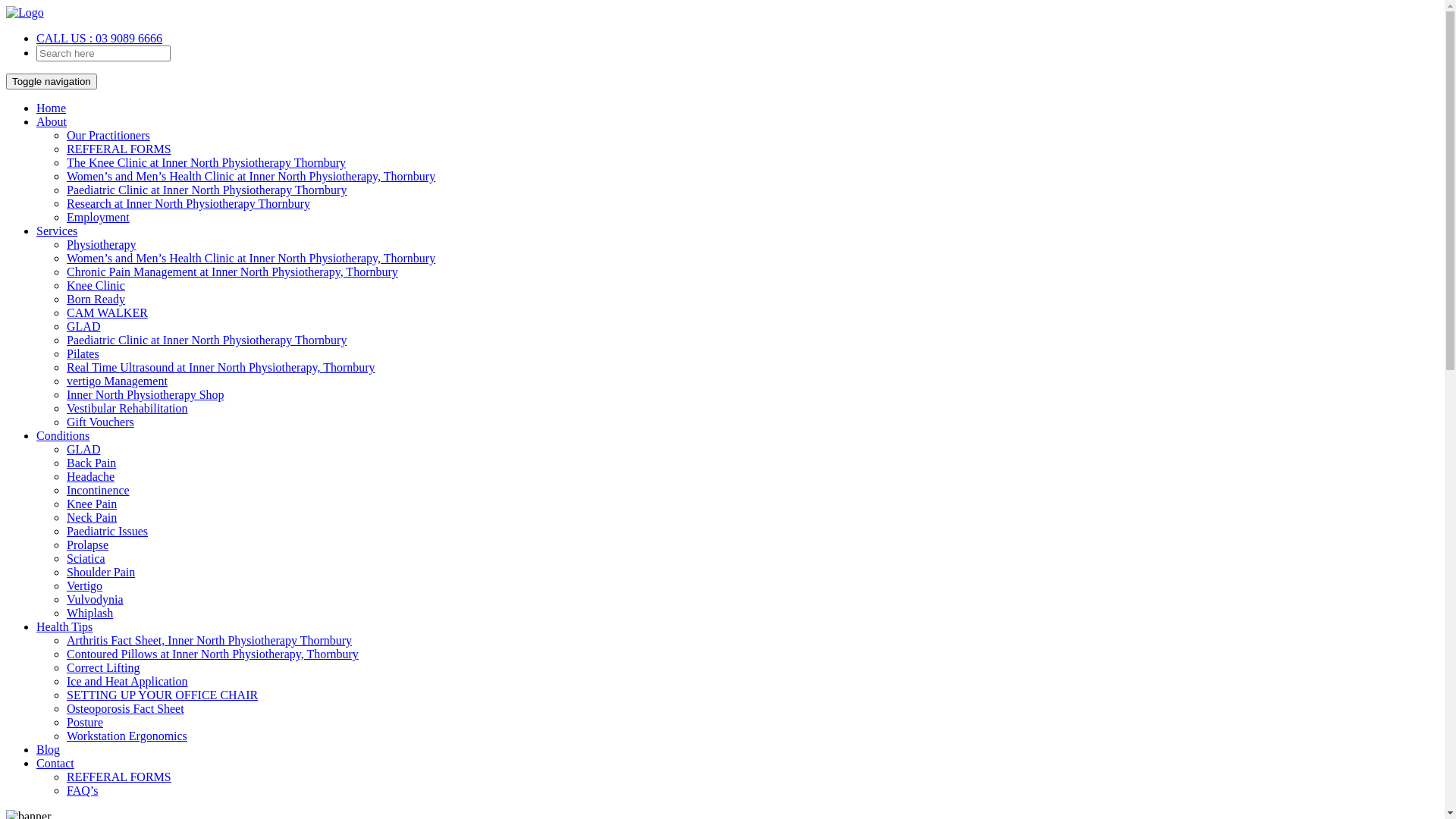 The width and height of the screenshot is (1456, 819). I want to click on 'Neck Pain', so click(90, 516).